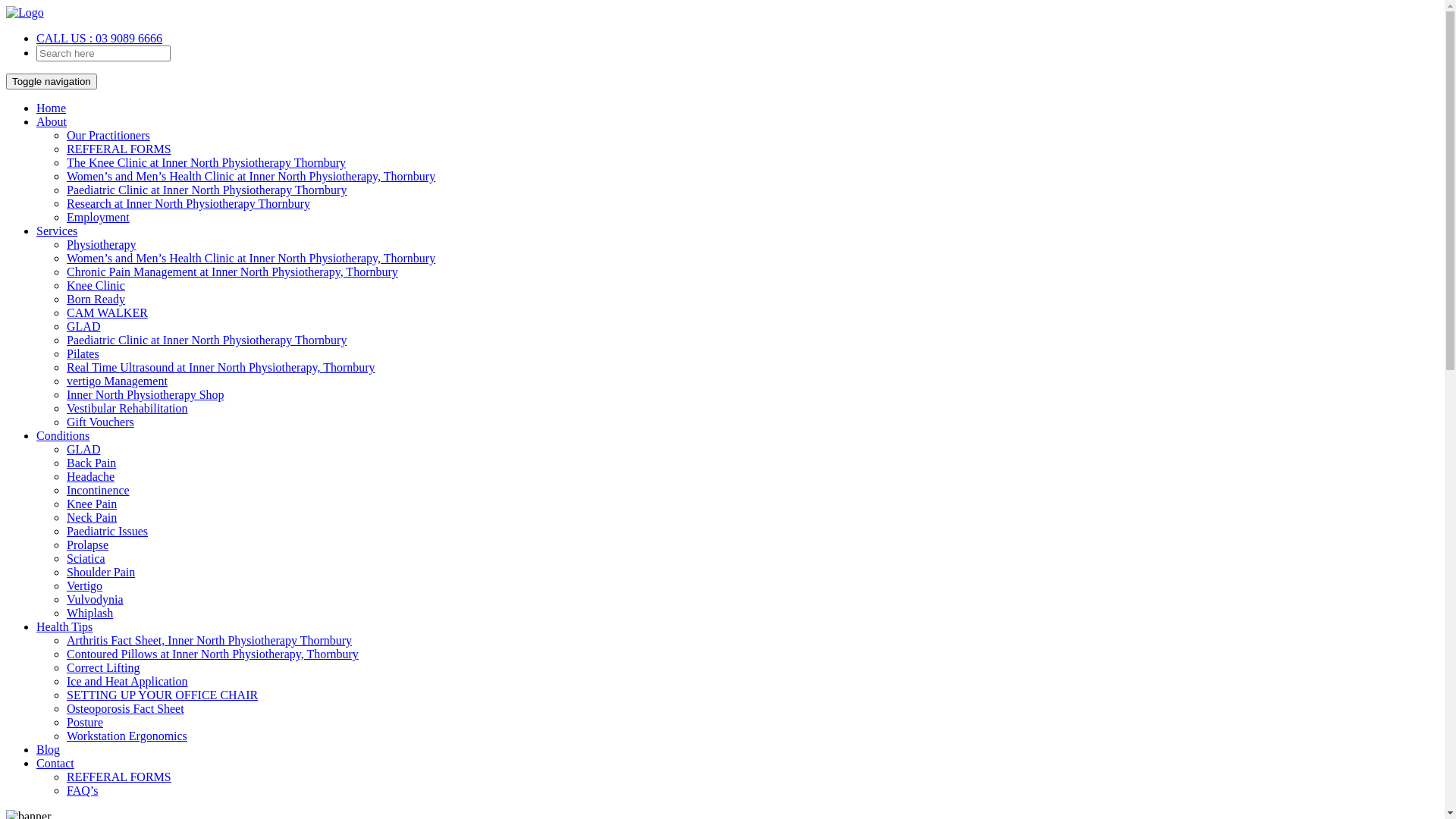 The width and height of the screenshot is (1456, 819). I want to click on 'Neck Pain', so click(90, 516).